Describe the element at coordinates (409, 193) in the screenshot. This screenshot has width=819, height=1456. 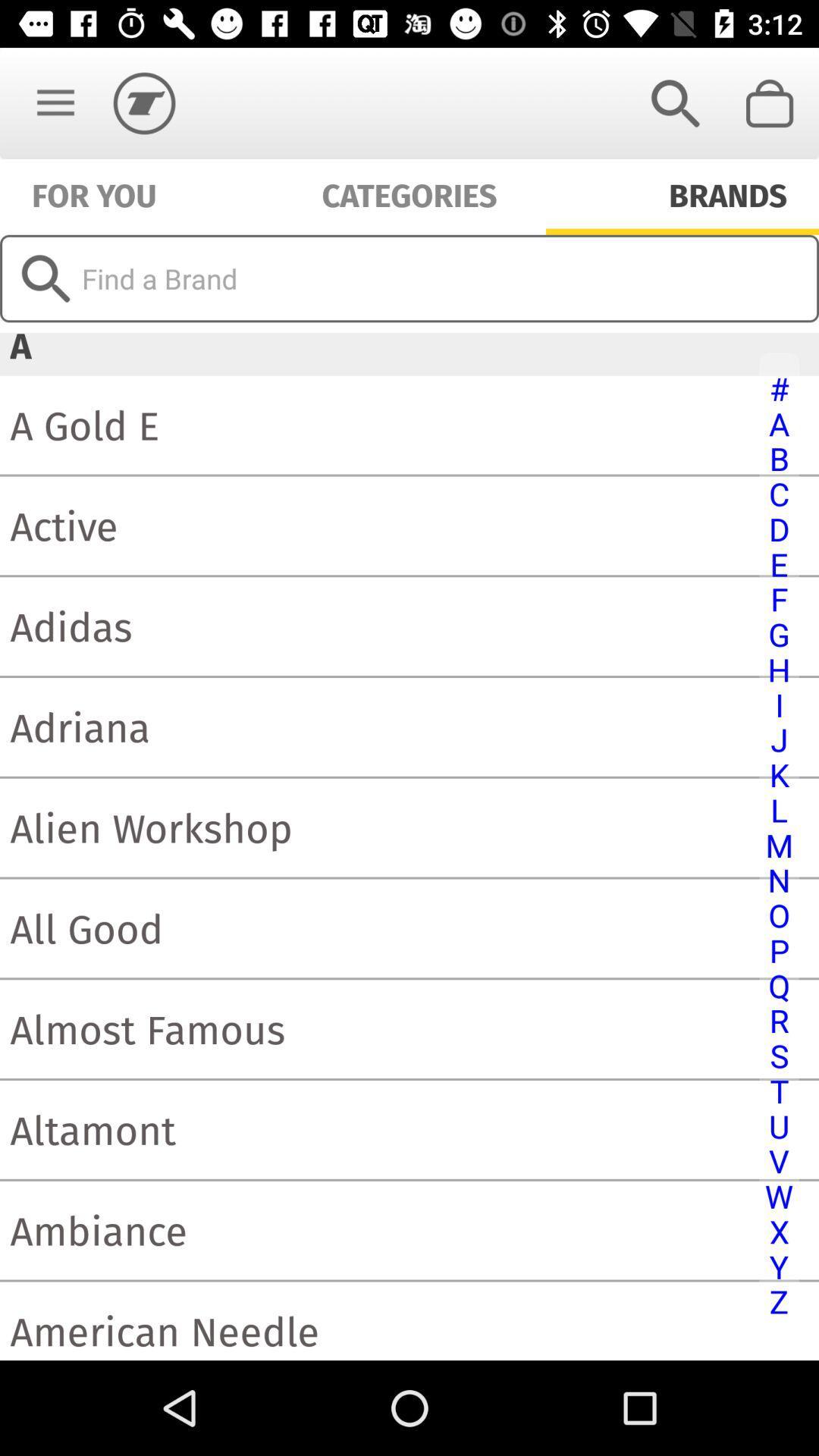
I see `categories item` at that location.